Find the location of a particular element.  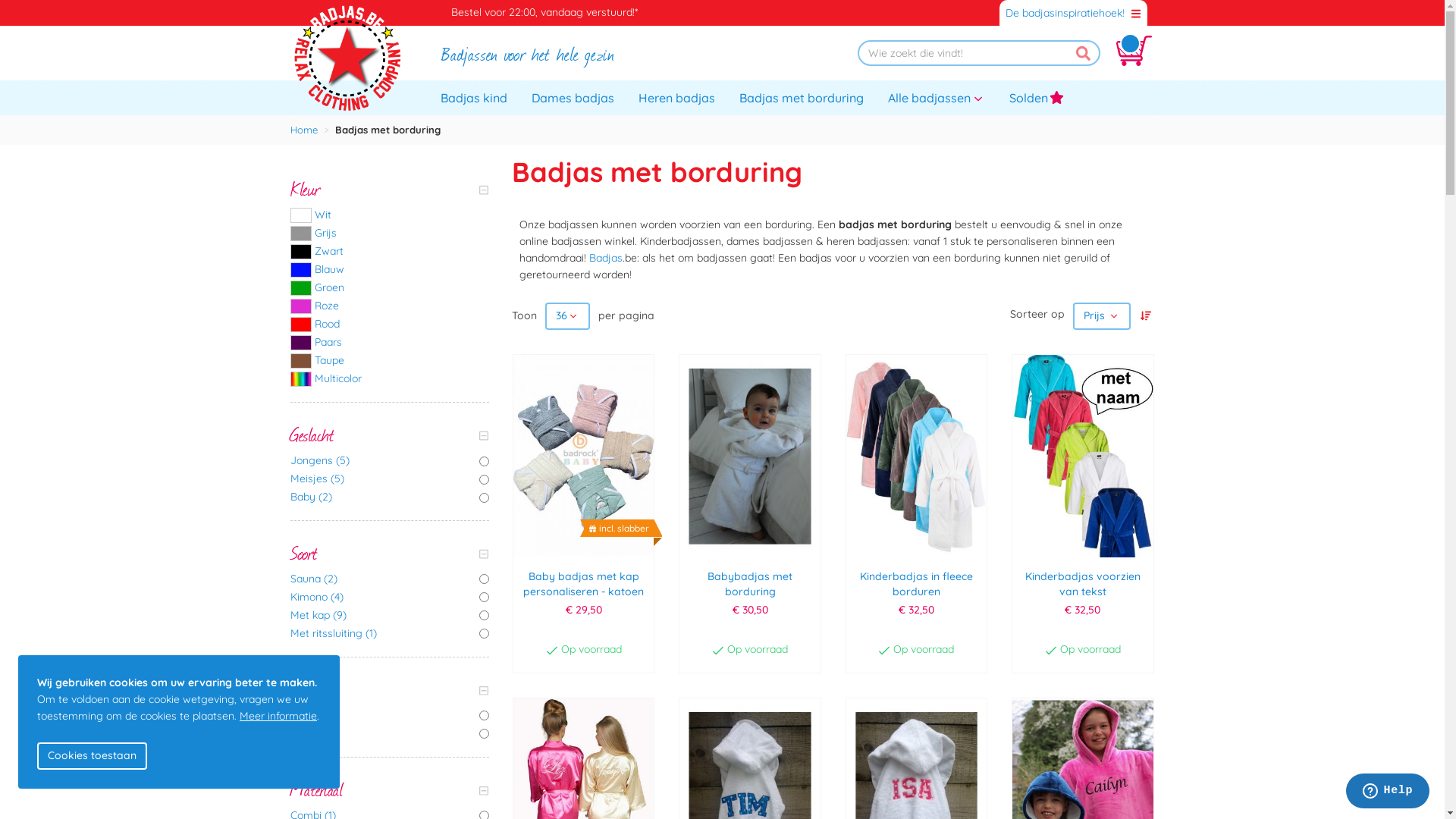

'Meer informatie' is located at coordinates (278, 716).